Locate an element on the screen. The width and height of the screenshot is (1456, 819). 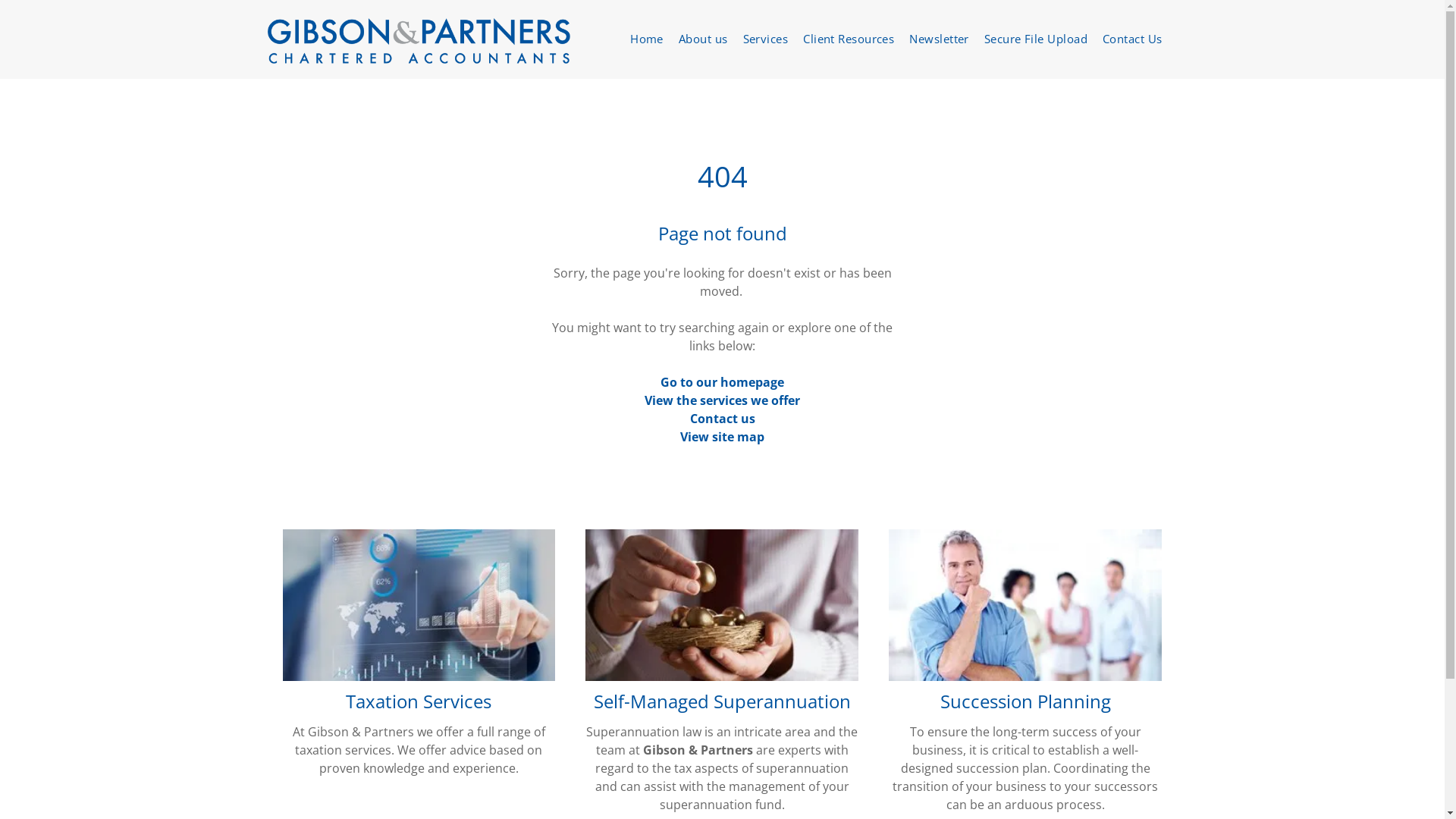
'About us' is located at coordinates (702, 38).